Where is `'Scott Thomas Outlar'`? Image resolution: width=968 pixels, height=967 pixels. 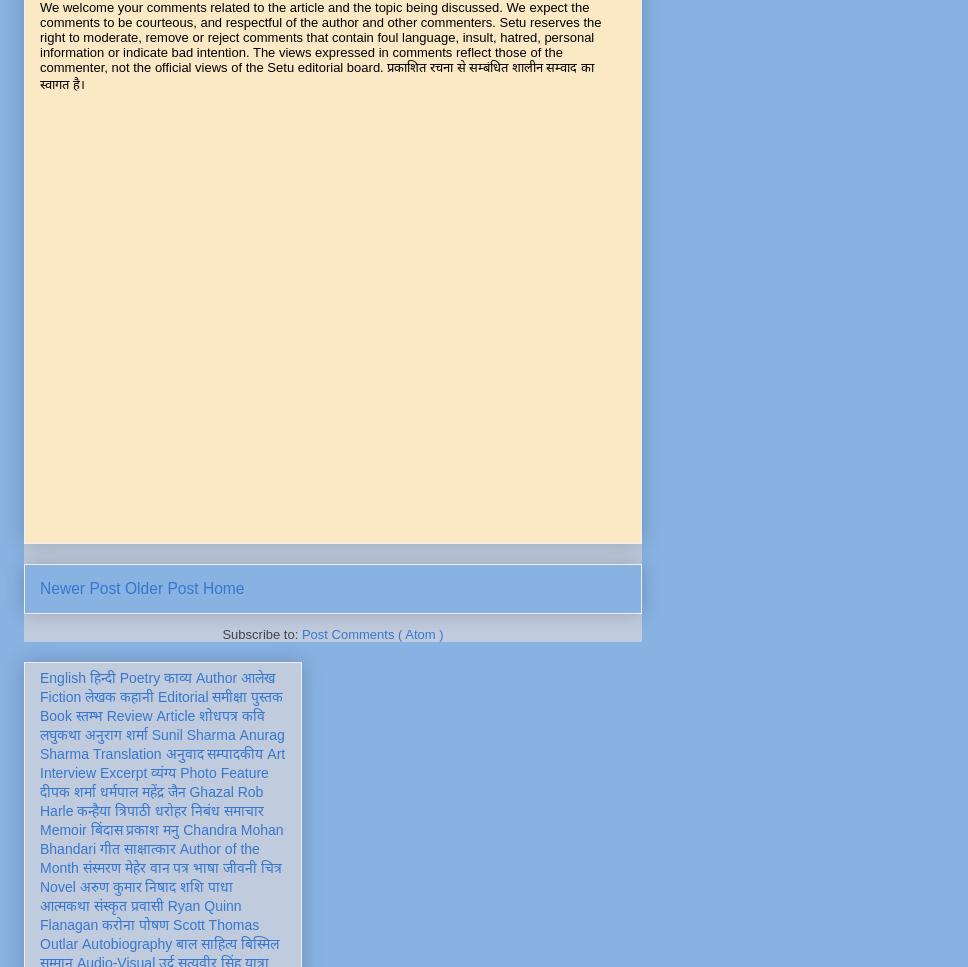
'Scott Thomas Outlar' is located at coordinates (148, 932).